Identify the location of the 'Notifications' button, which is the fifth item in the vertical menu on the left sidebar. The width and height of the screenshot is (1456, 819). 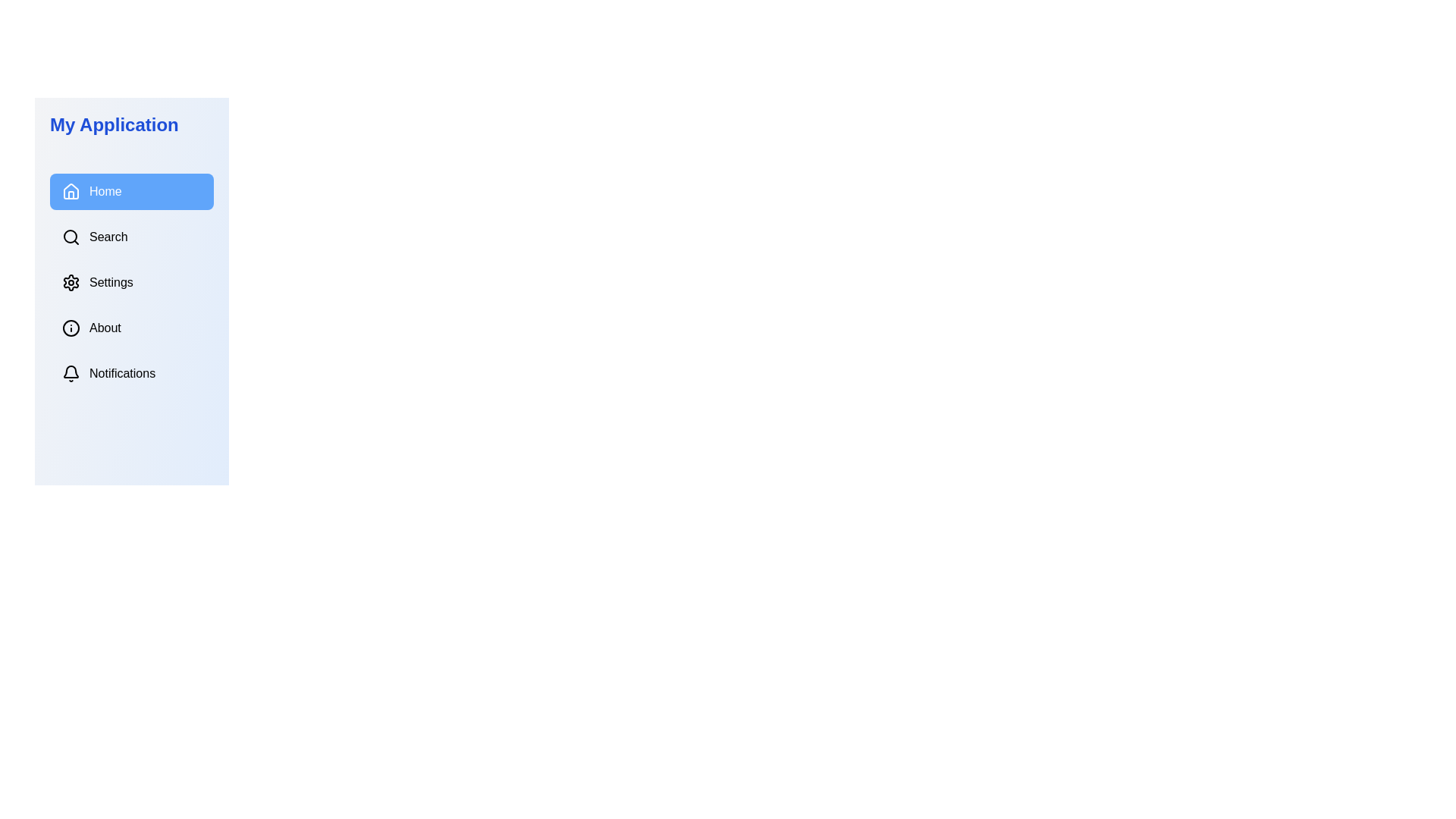
(131, 374).